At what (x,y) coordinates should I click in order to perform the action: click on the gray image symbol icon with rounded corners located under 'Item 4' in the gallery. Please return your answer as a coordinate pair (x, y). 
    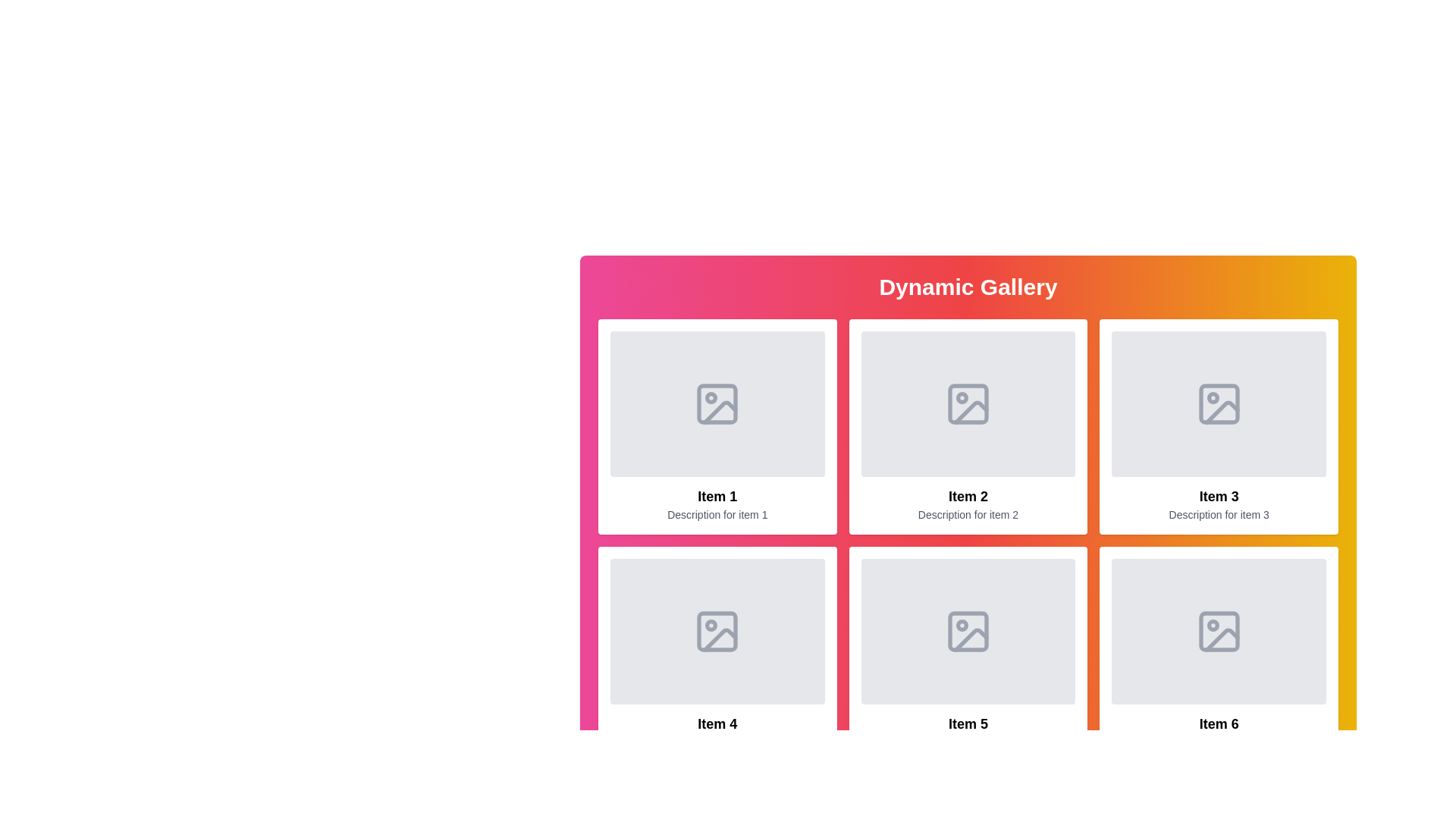
    Looking at the image, I should click on (717, 632).